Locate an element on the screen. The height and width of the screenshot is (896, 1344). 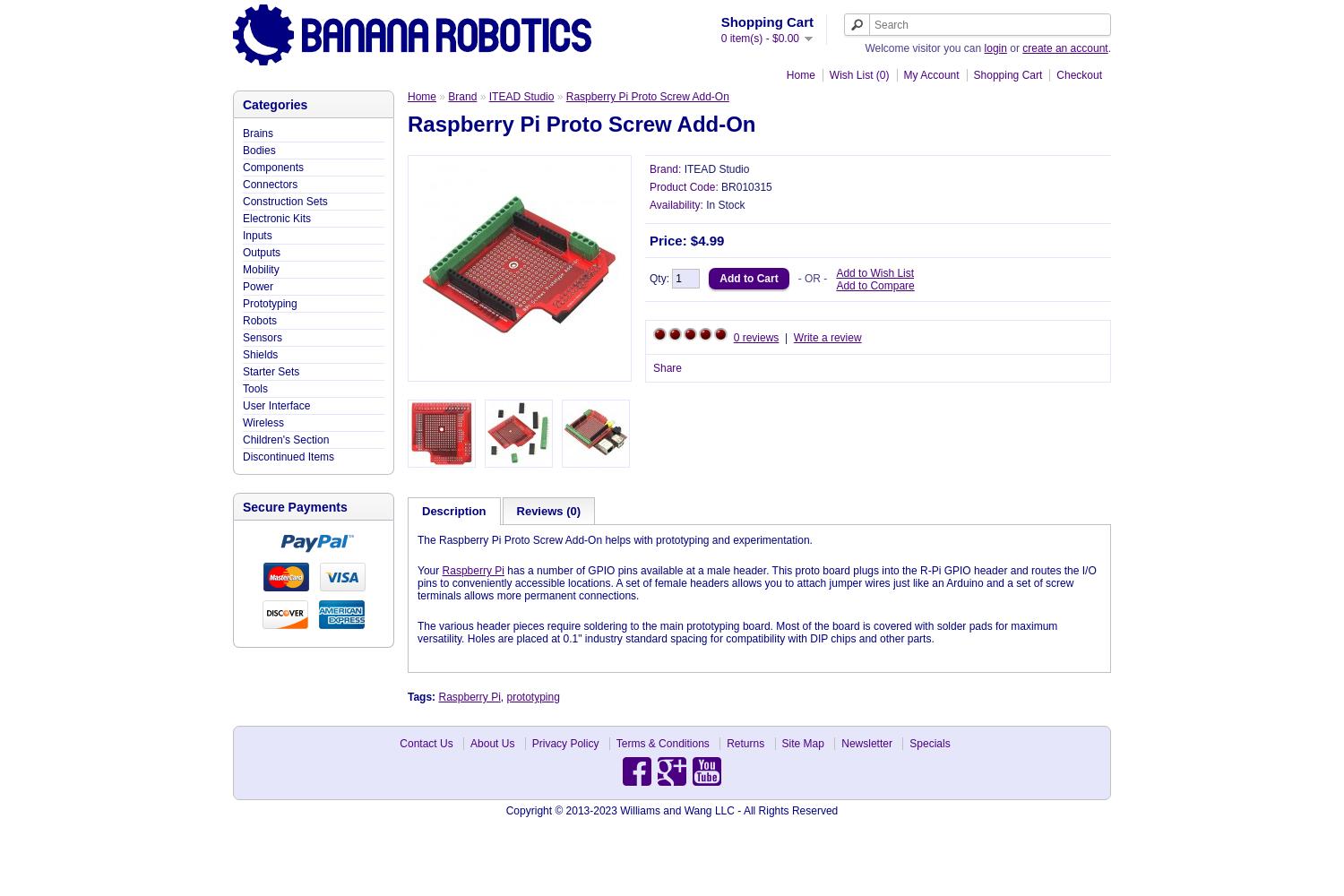
'Connectors' is located at coordinates (243, 184).